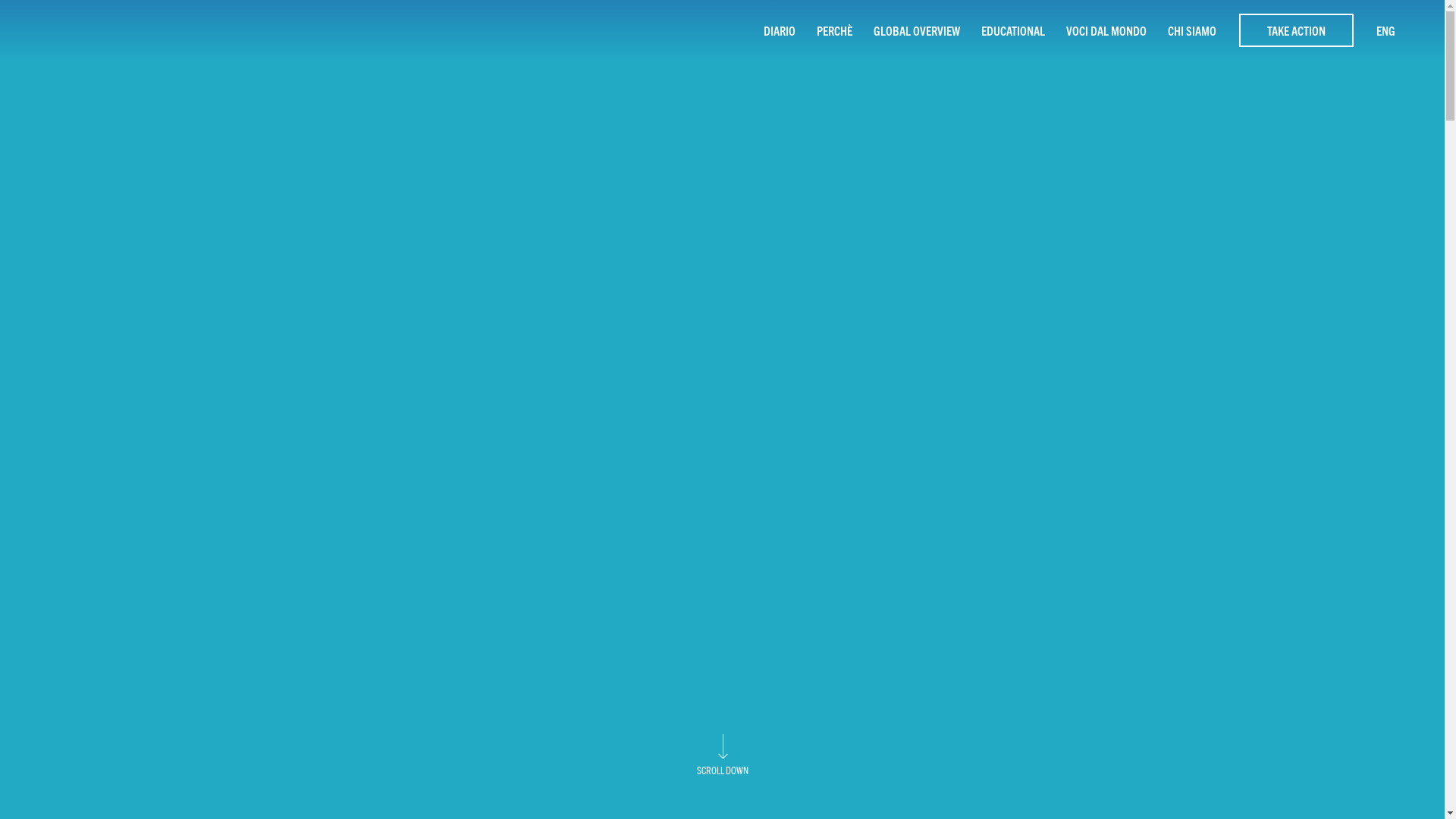 The height and width of the screenshot is (819, 1456). Describe the element at coordinates (1385, 30) in the screenshot. I see `'ENG'` at that location.